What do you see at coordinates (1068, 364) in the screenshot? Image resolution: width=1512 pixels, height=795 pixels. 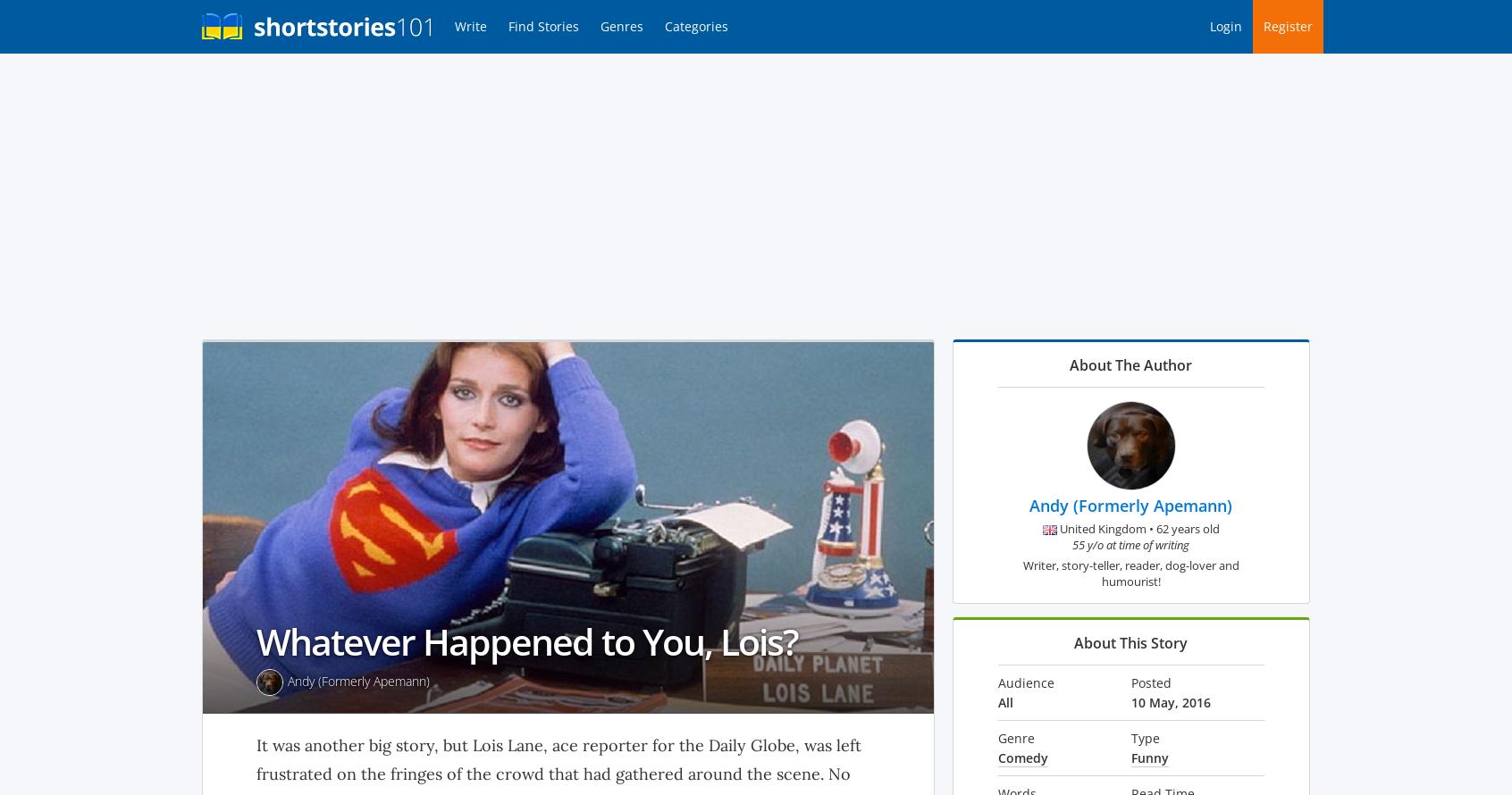 I see `'About The Author'` at bounding box center [1068, 364].